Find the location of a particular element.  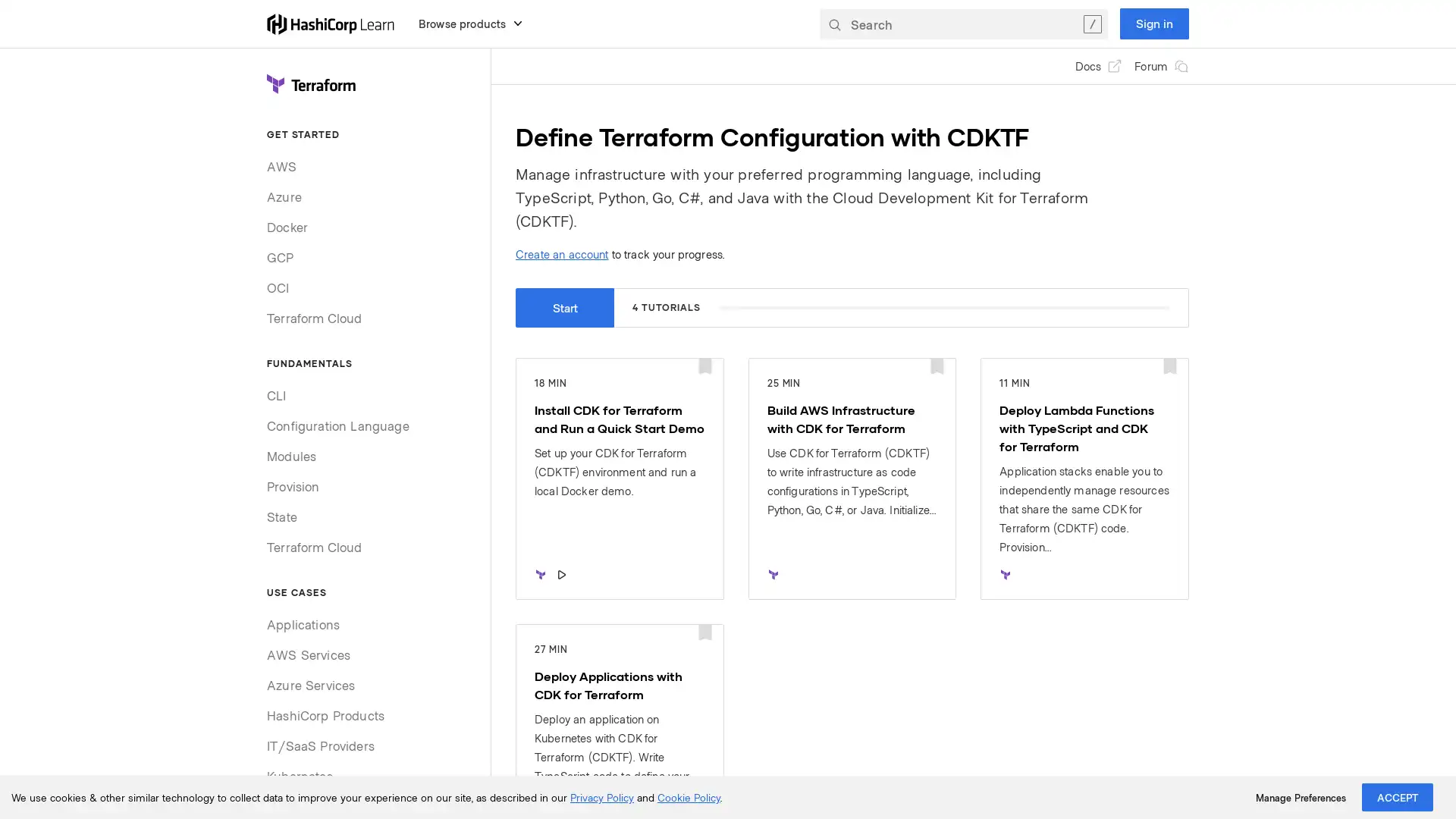

Add bookmark for: Deploy Applications with CDK for Terraform is located at coordinates (704, 633).